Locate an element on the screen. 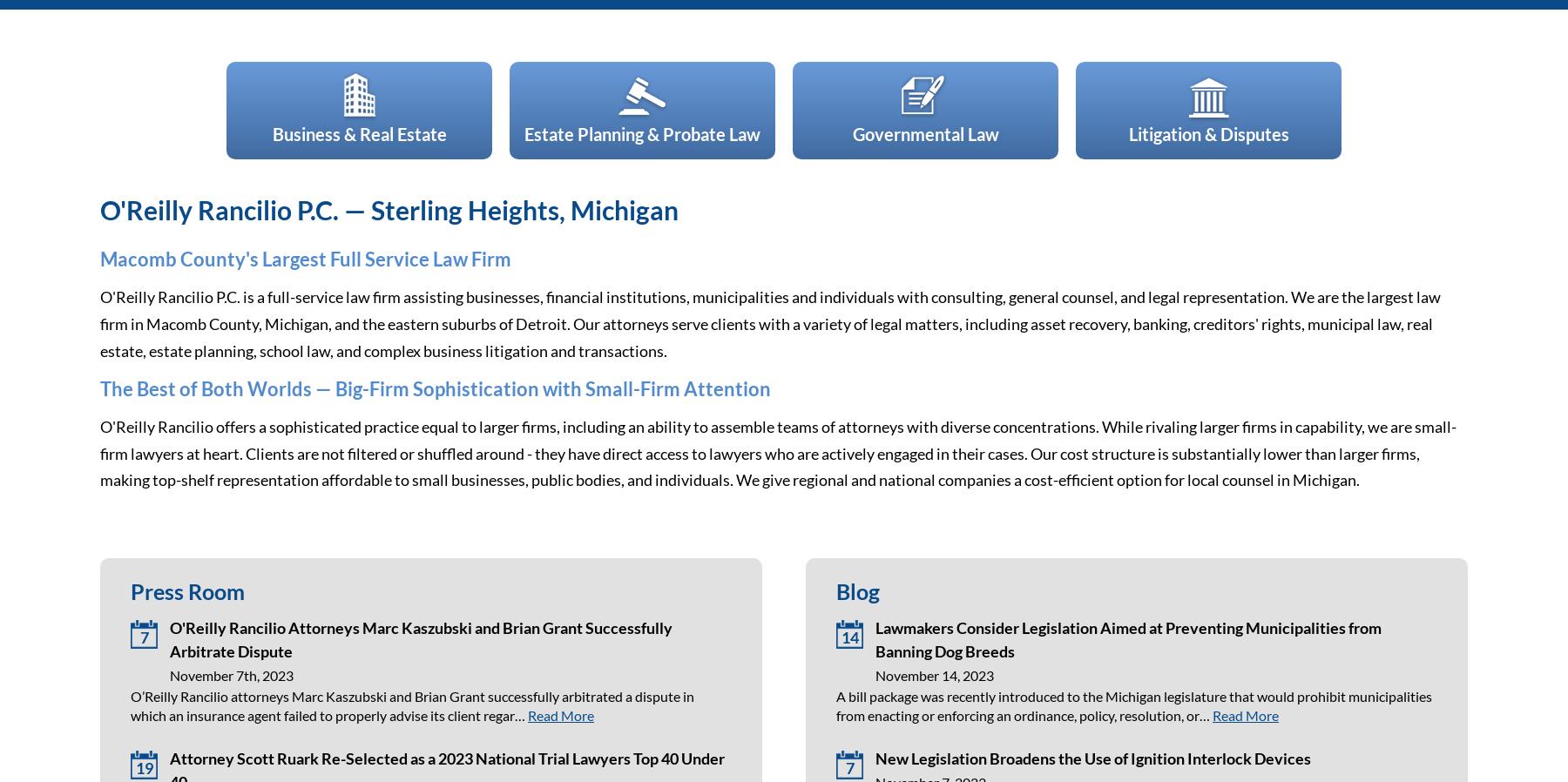 Image resolution: width=1568 pixels, height=782 pixels. 'O'Reilly Rancilio P.C. — Sterling Heights, Michigan' is located at coordinates (389, 210).